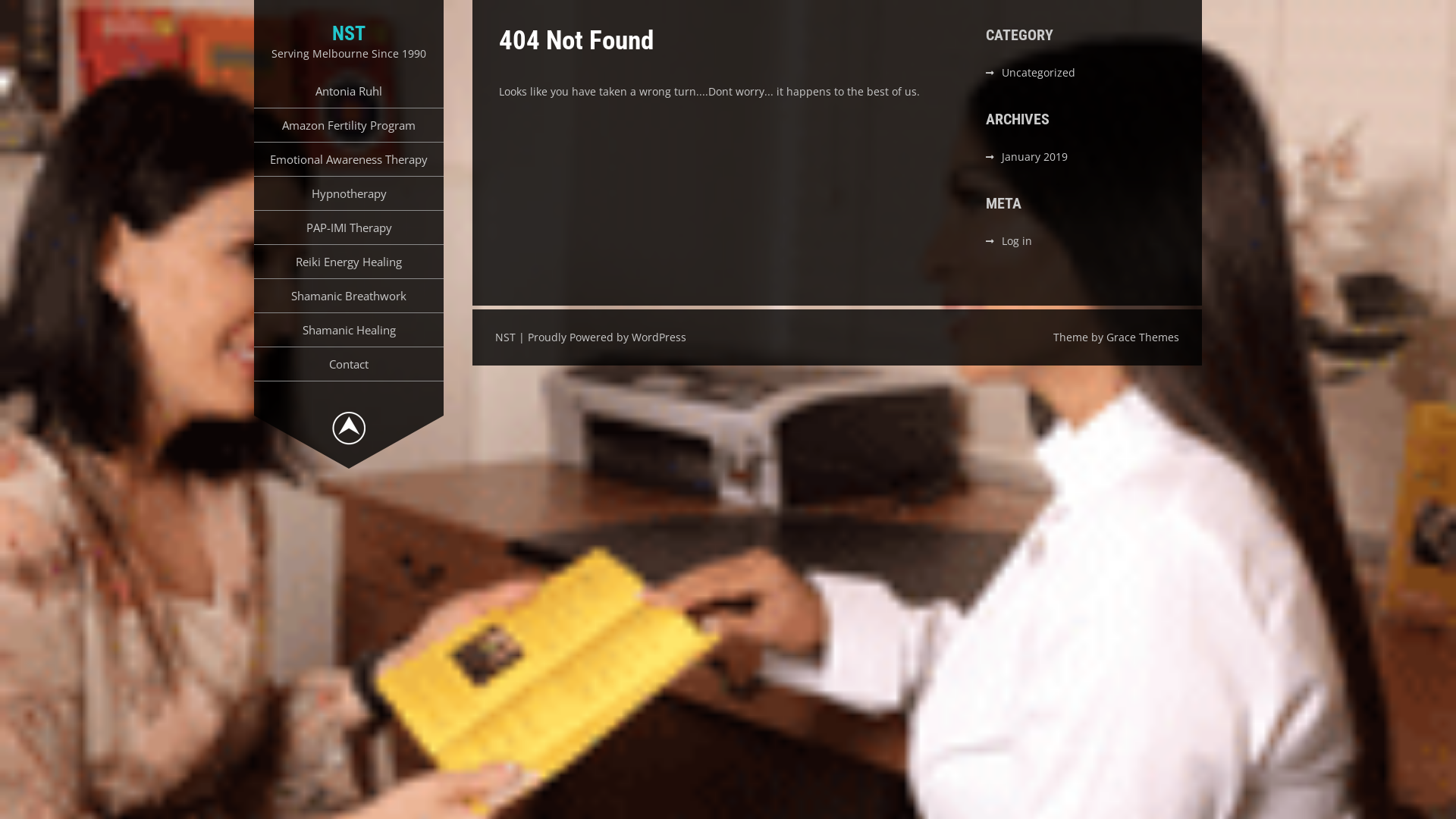 This screenshot has width=1456, height=819. Describe the element at coordinates (348, 124) in the screenshot. I see `'Amazon Fertility Program'` at that location.